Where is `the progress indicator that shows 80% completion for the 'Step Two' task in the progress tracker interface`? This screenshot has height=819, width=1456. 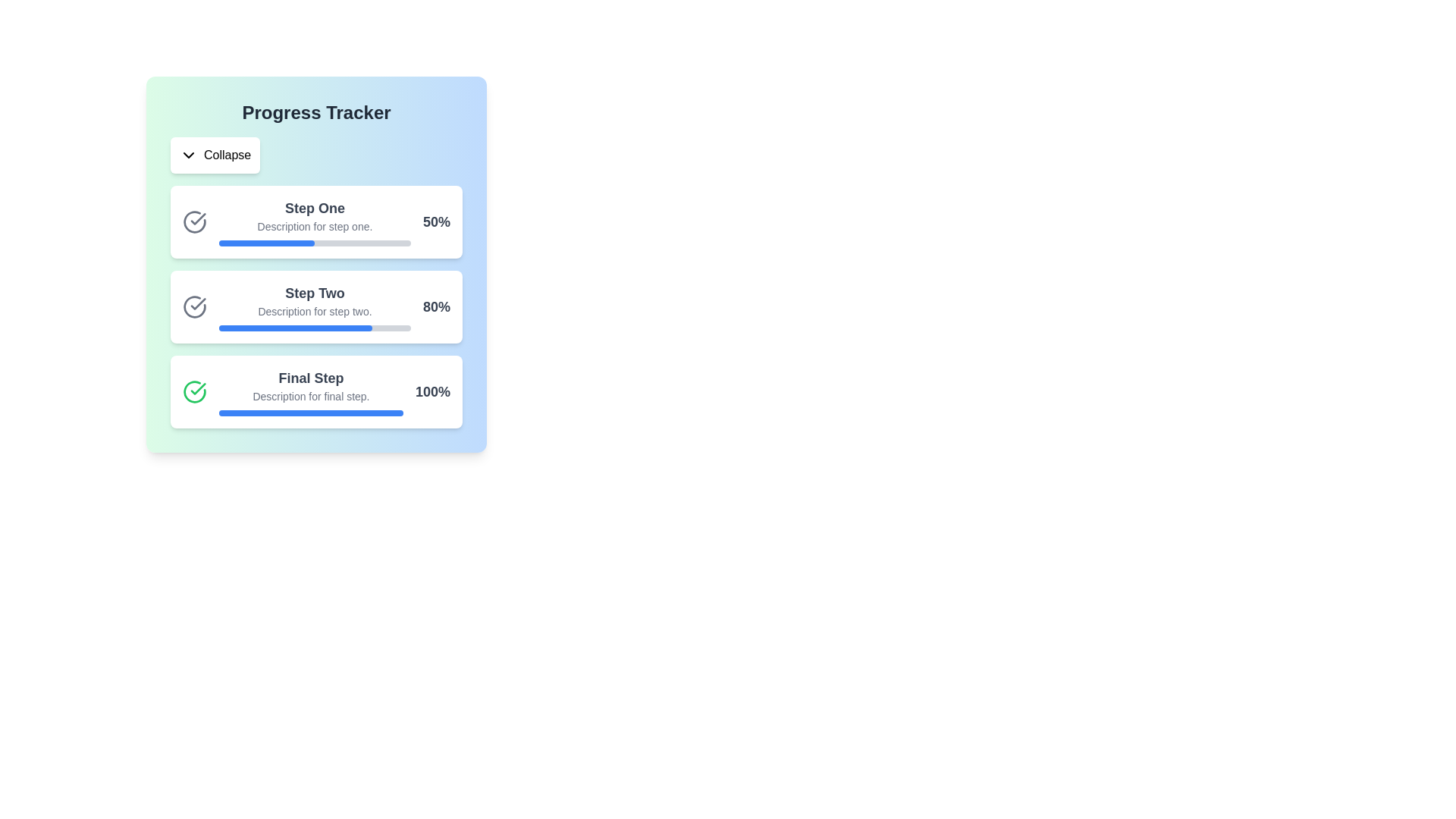 the progress indicator that shows 80% completion for the 'Step Two' task in the progress tracker interface is located at coordinates (296, 327).